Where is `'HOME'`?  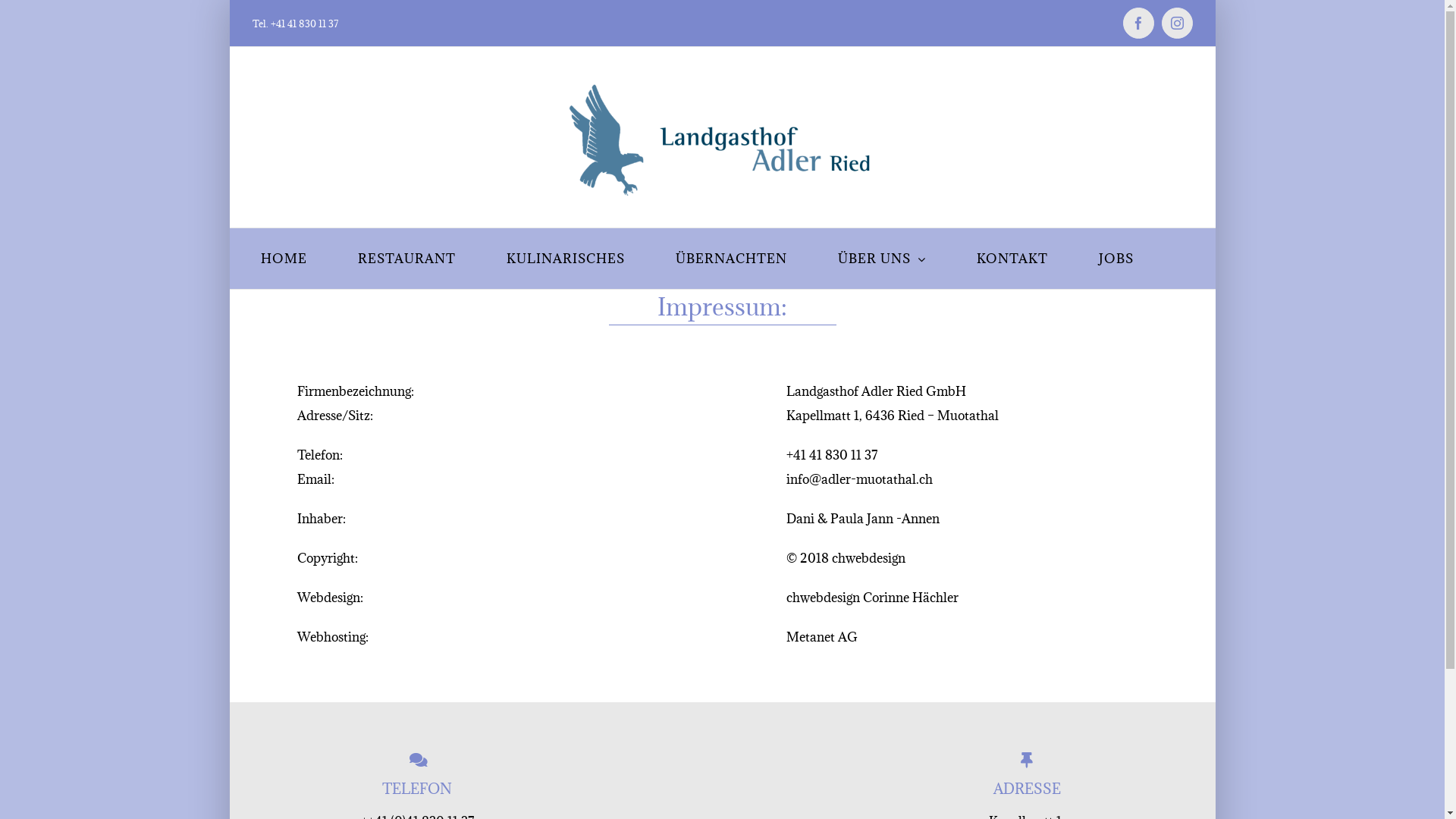
'HOME' is located at coordinates (284, 257).